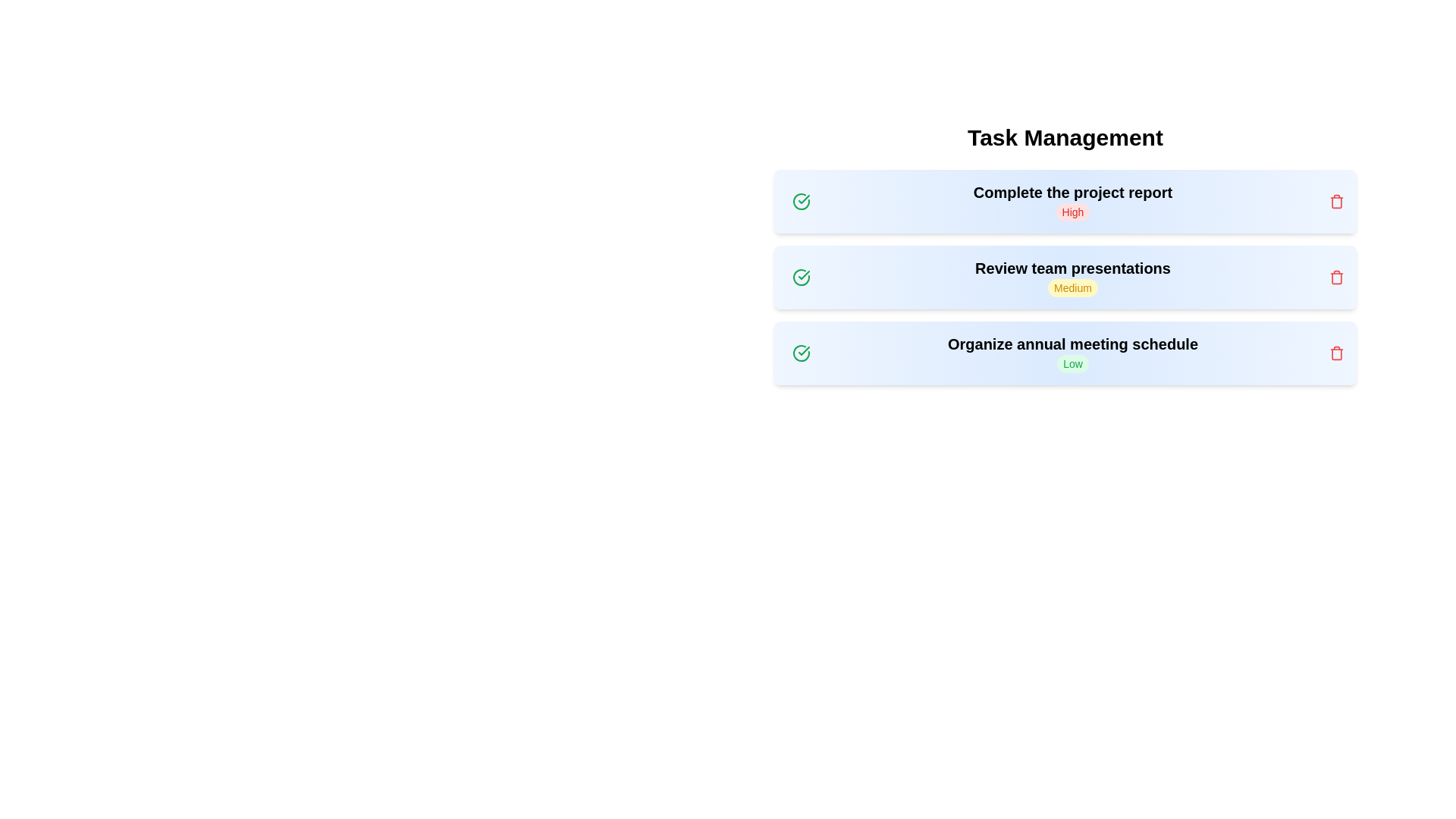 The width and height of the screenshot is (1456, 819). I want to click on the checkmark icon for the task to mark it as completed, so click(800, 201).